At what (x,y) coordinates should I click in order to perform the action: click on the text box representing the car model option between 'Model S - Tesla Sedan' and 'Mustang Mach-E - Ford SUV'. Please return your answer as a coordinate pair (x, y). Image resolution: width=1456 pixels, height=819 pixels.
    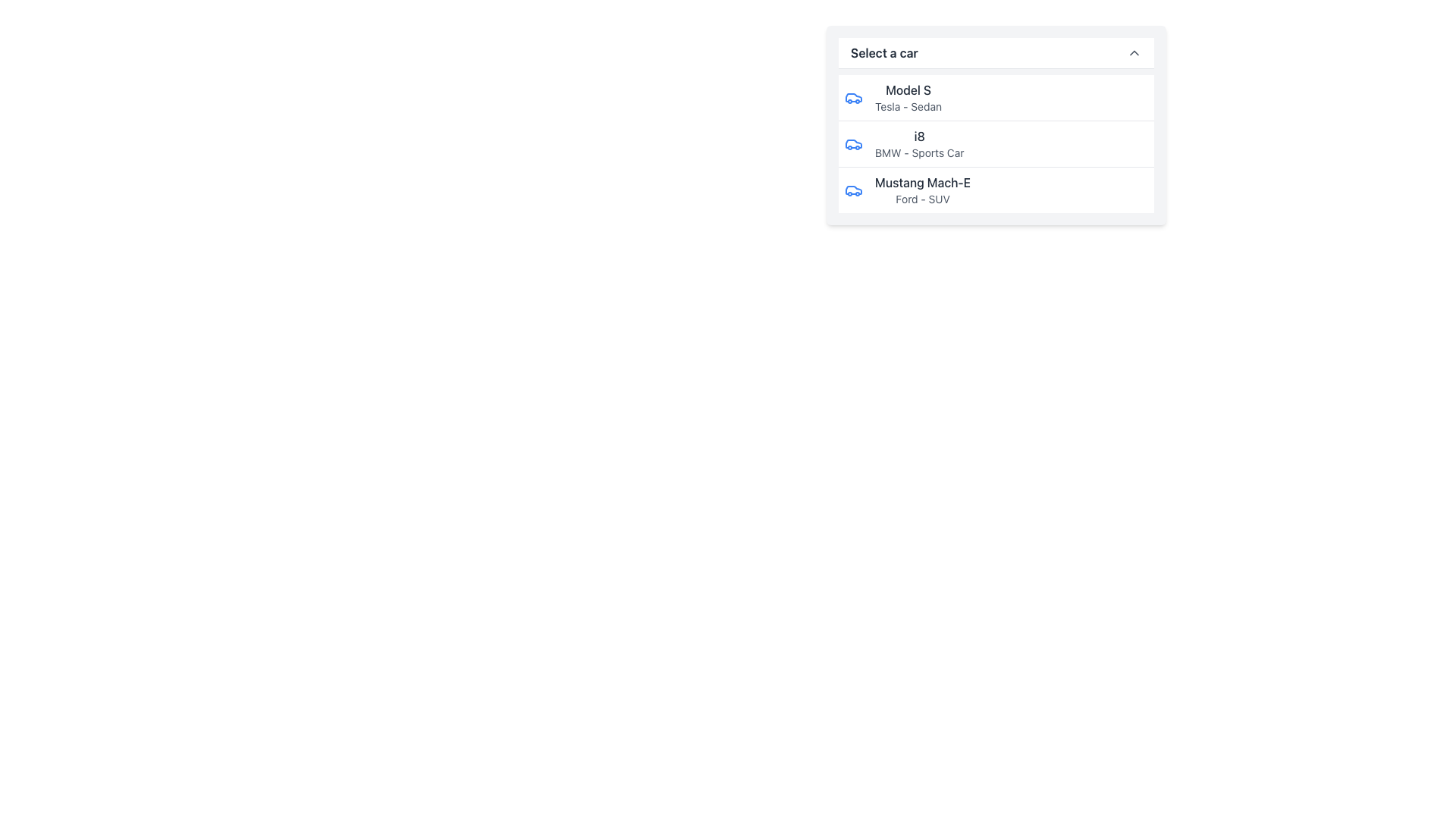
    Looking at the image, I should click on (918, 143).